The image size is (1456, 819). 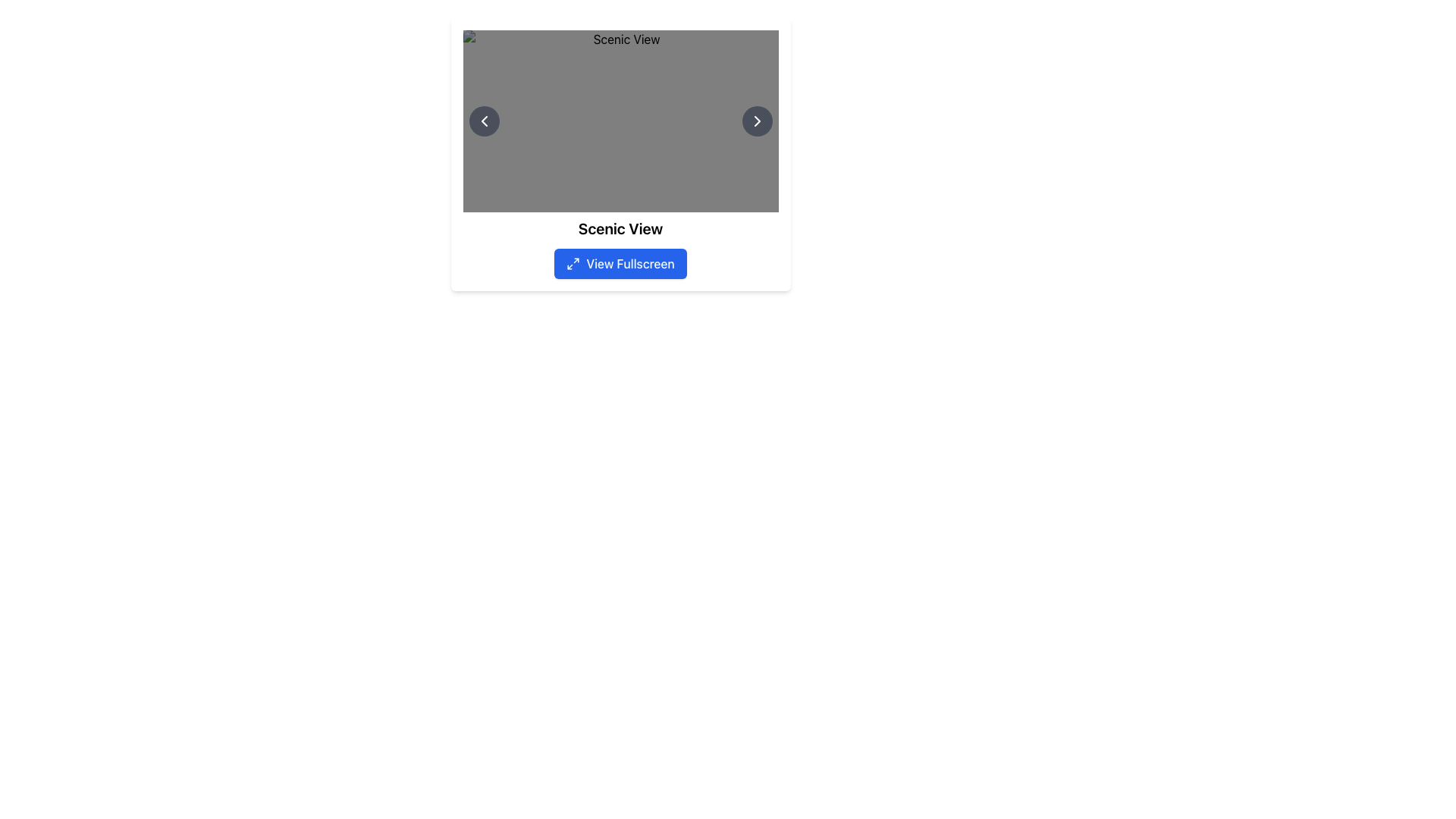 I want to click on the Text Label that serves as a title or descriptive label for the content, located below the main image and directly above the blue 'View Fullscreen' button, so click(x=620, y=228).